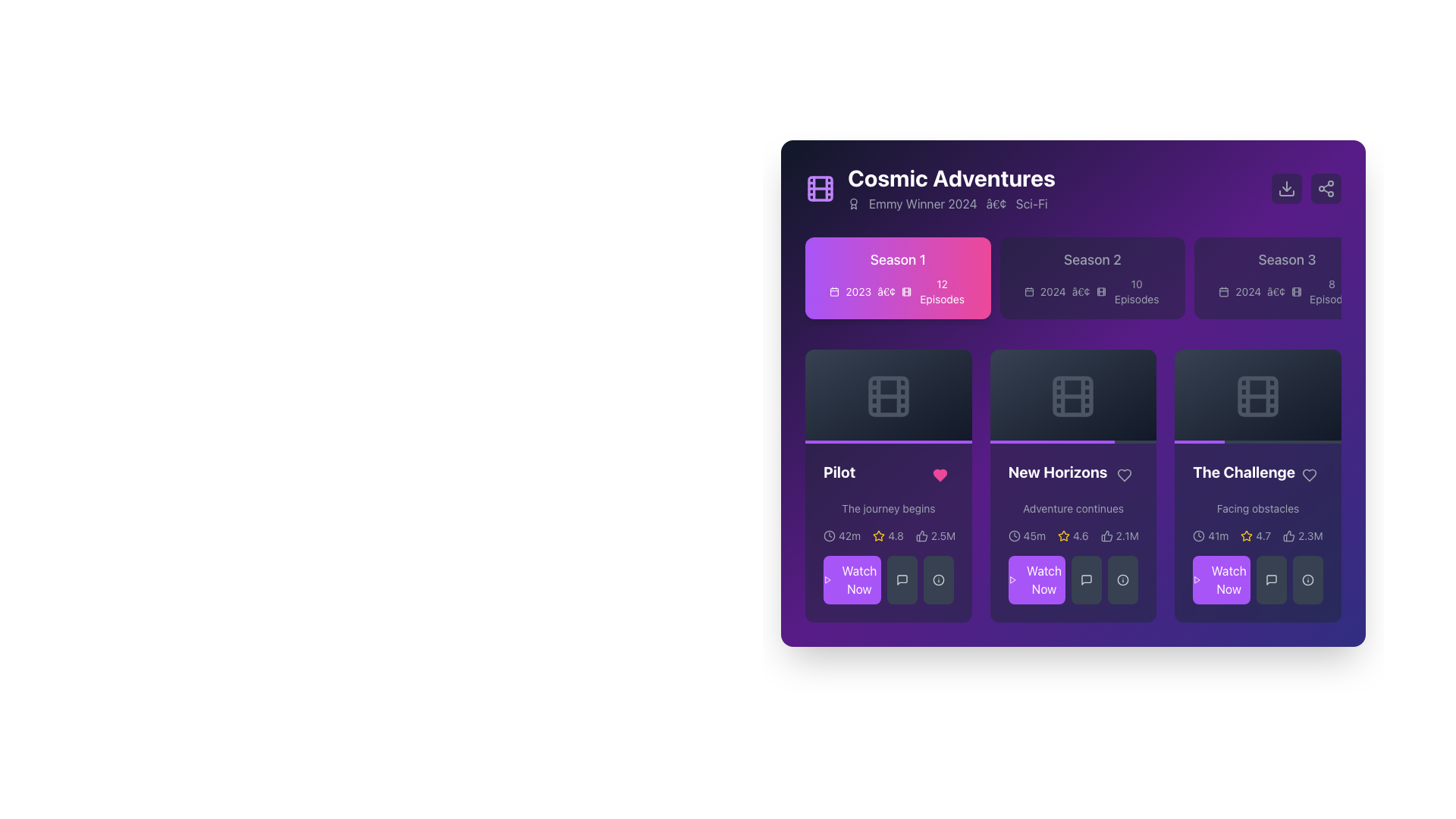 This screenshot has height=819, width=1456. I want to click on the circled info icon button located at the bottom-right corner of the fourth card labeled 'The Challenge', so click(1307, 579).